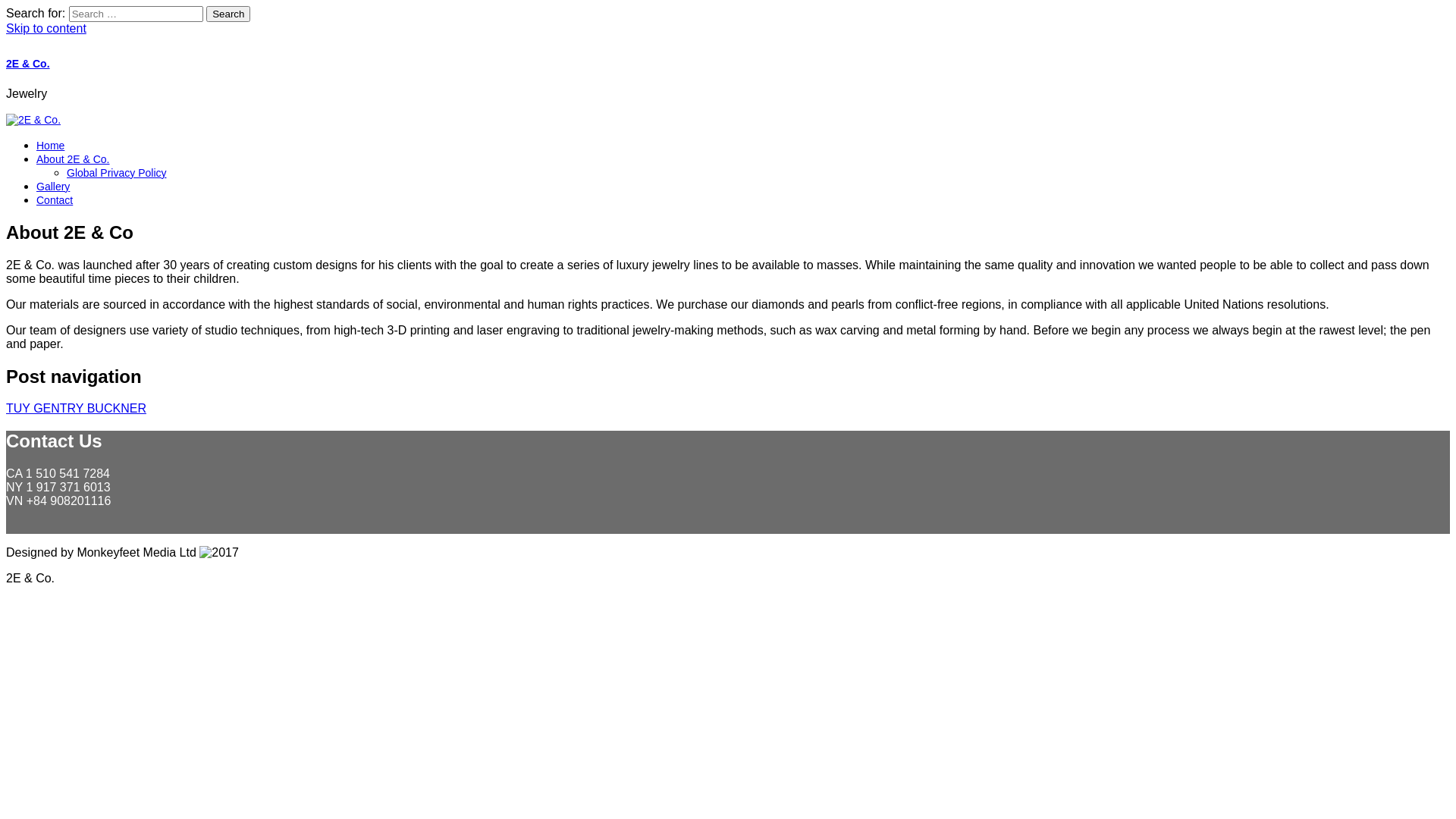 This screenshot has width=1456, height=819. Describe the element at coordinates (50, 146) in the screenshot. I see `'Home'` at that location.